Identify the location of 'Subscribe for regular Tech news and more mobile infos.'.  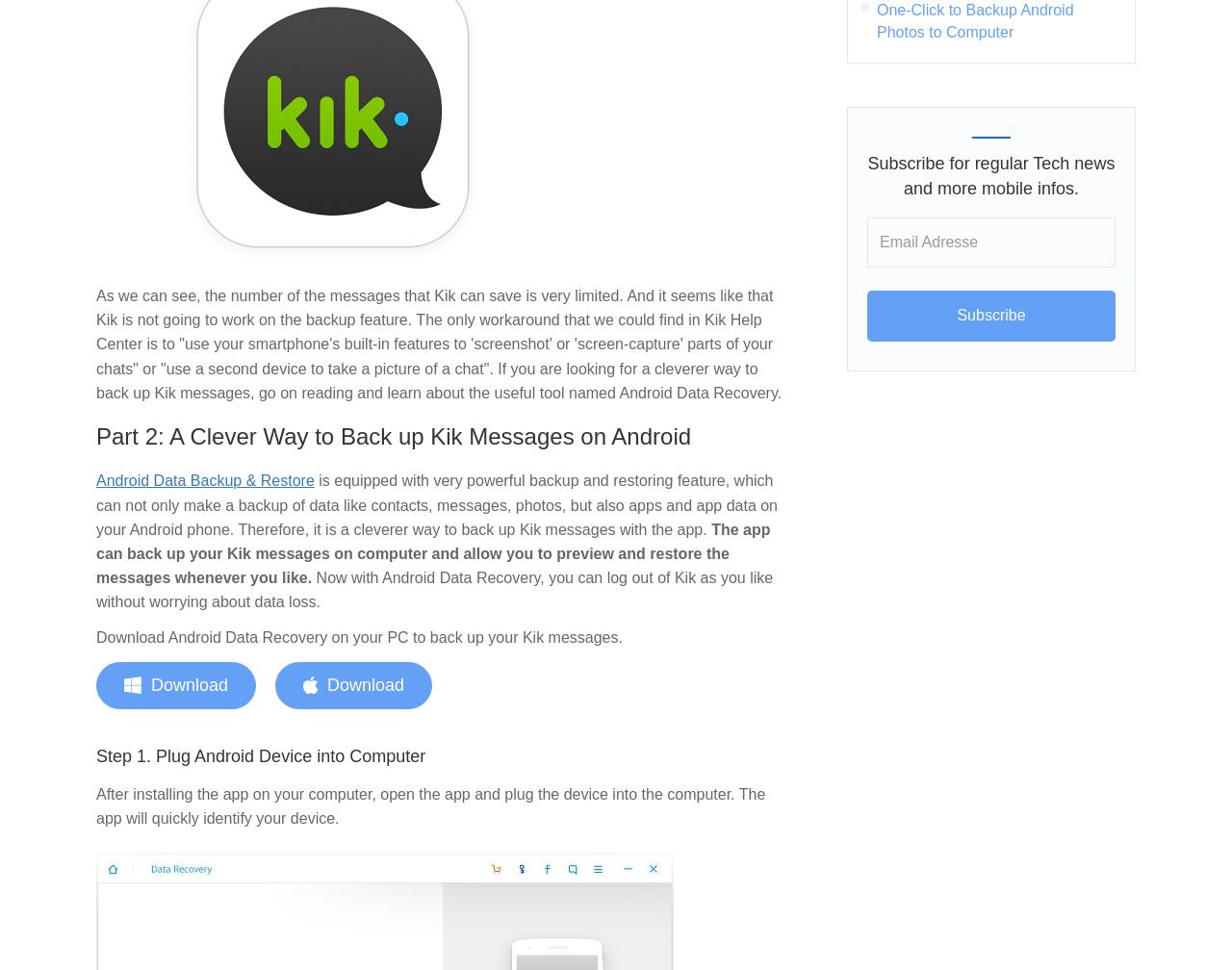
(990, 175).